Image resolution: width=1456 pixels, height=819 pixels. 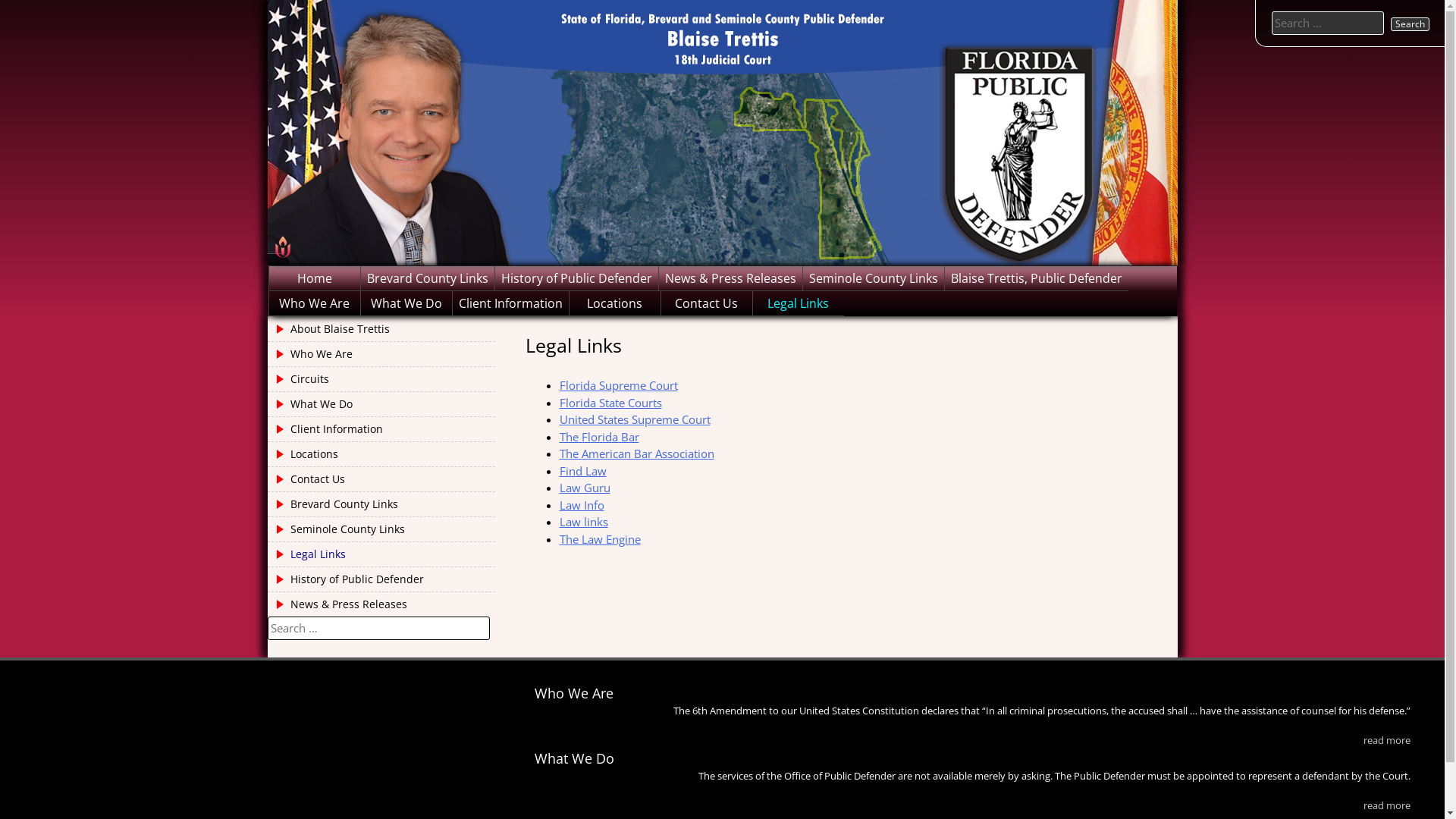 I want to click on 'Client Information', so click(x=510, y=303).